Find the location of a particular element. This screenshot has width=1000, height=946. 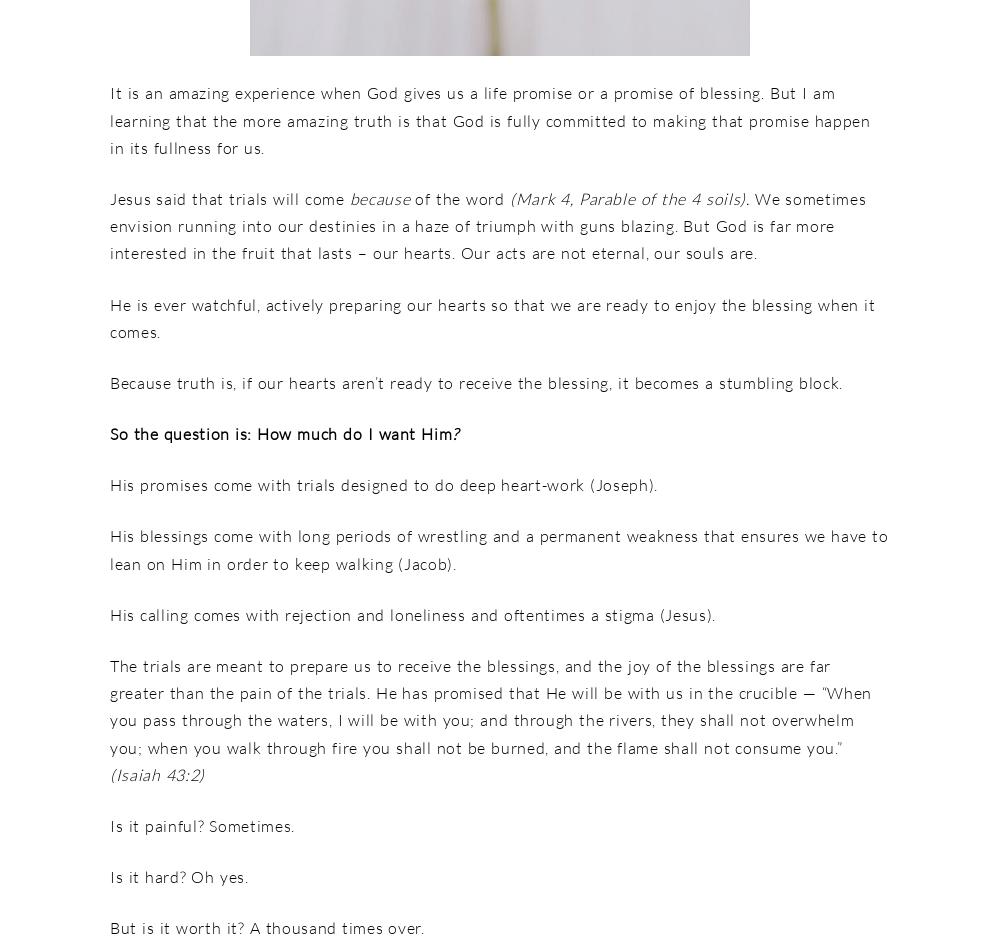

'Jesus said that' is located at coordinates (169, 197).